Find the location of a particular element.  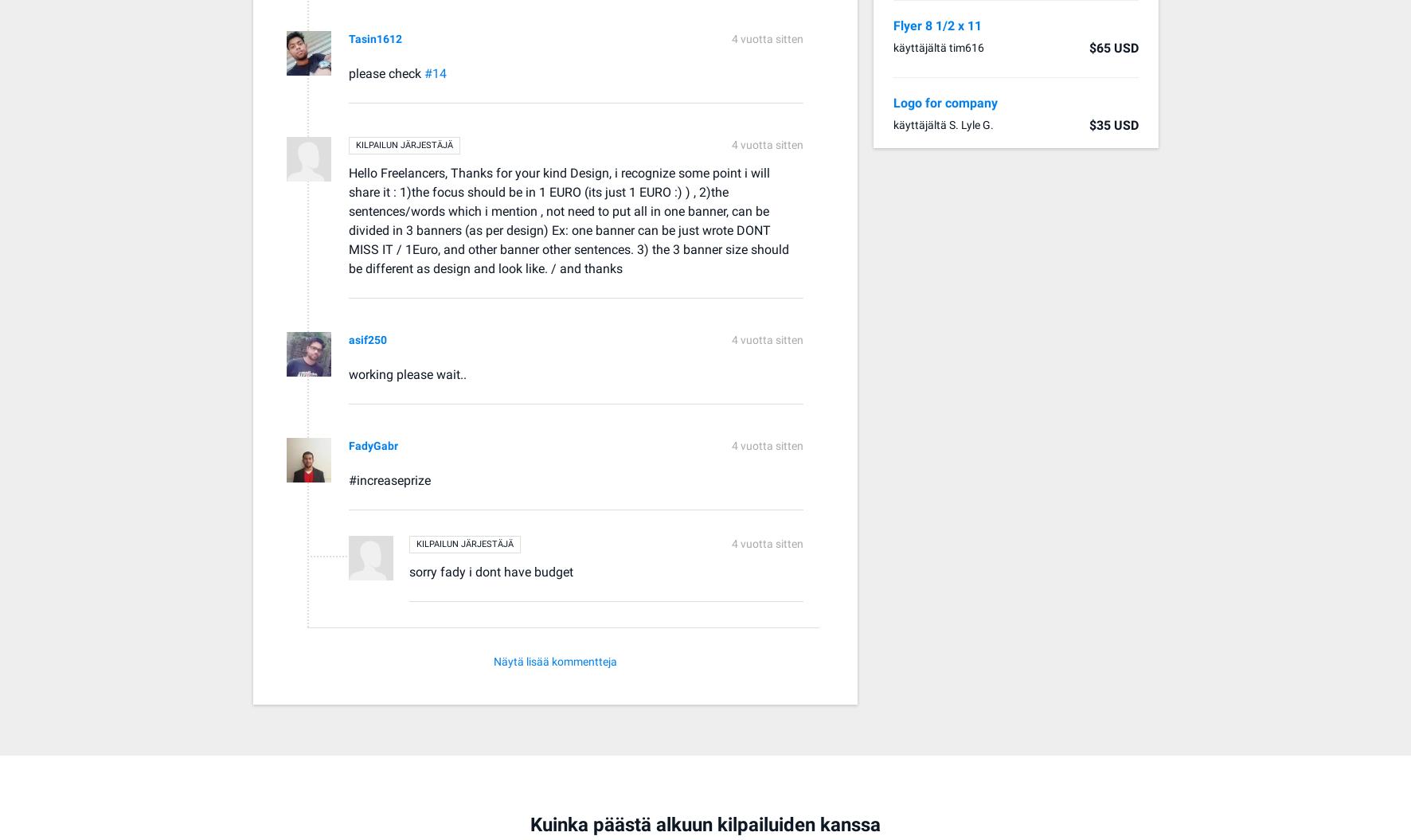

'asif250' is located at coordinates (349, 338).